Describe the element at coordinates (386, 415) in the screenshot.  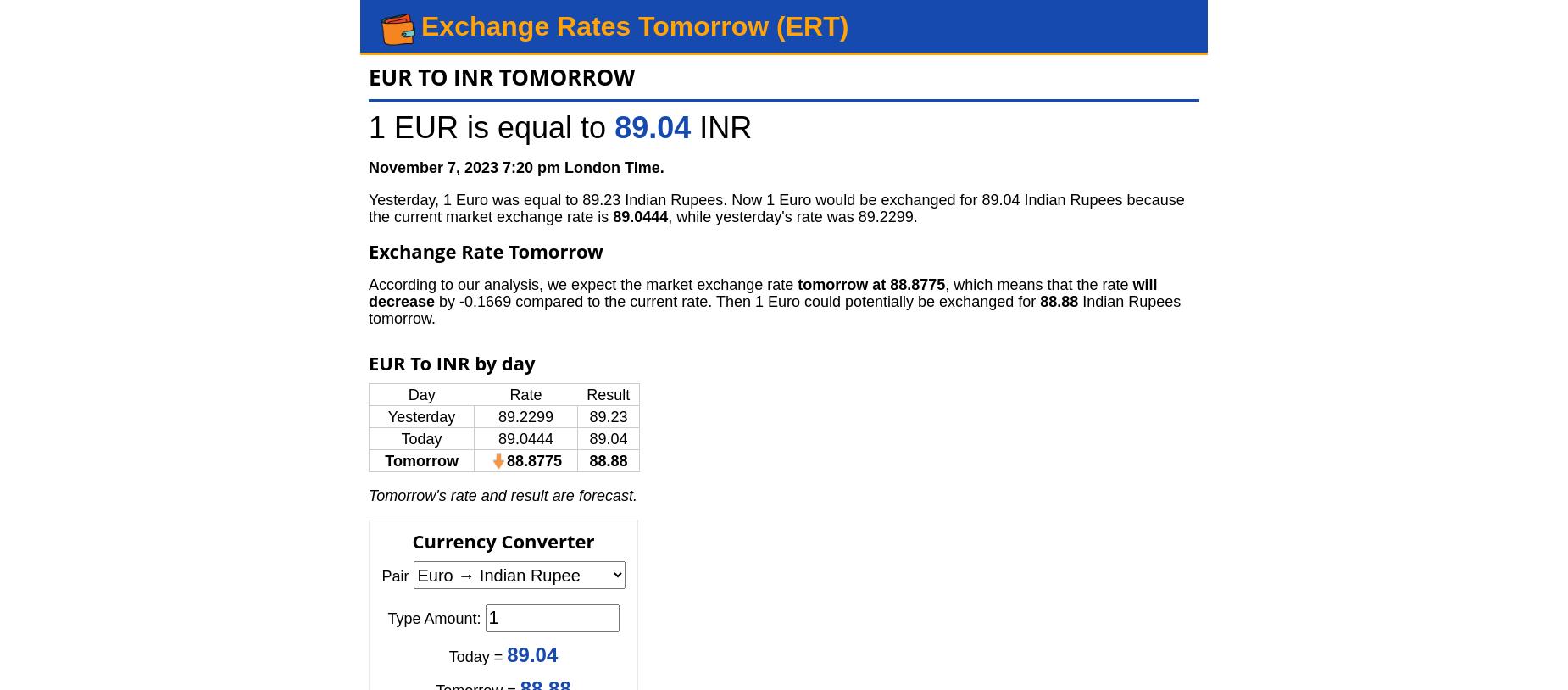
I see `'Yesterday'` at that location.